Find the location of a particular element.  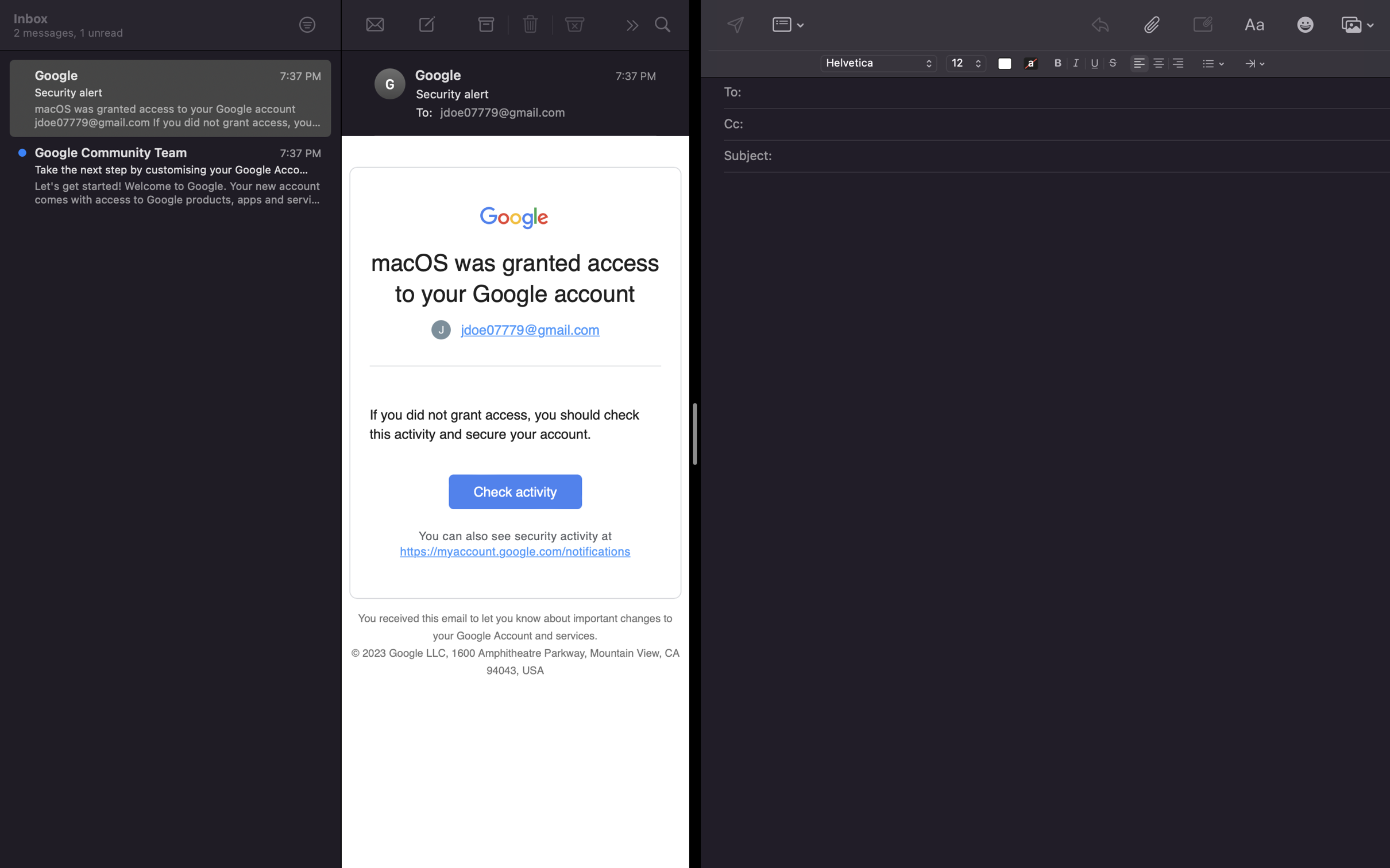

Write "jane@gmail.com" in the email"s "To" field is located at coordinates (1065, 93).